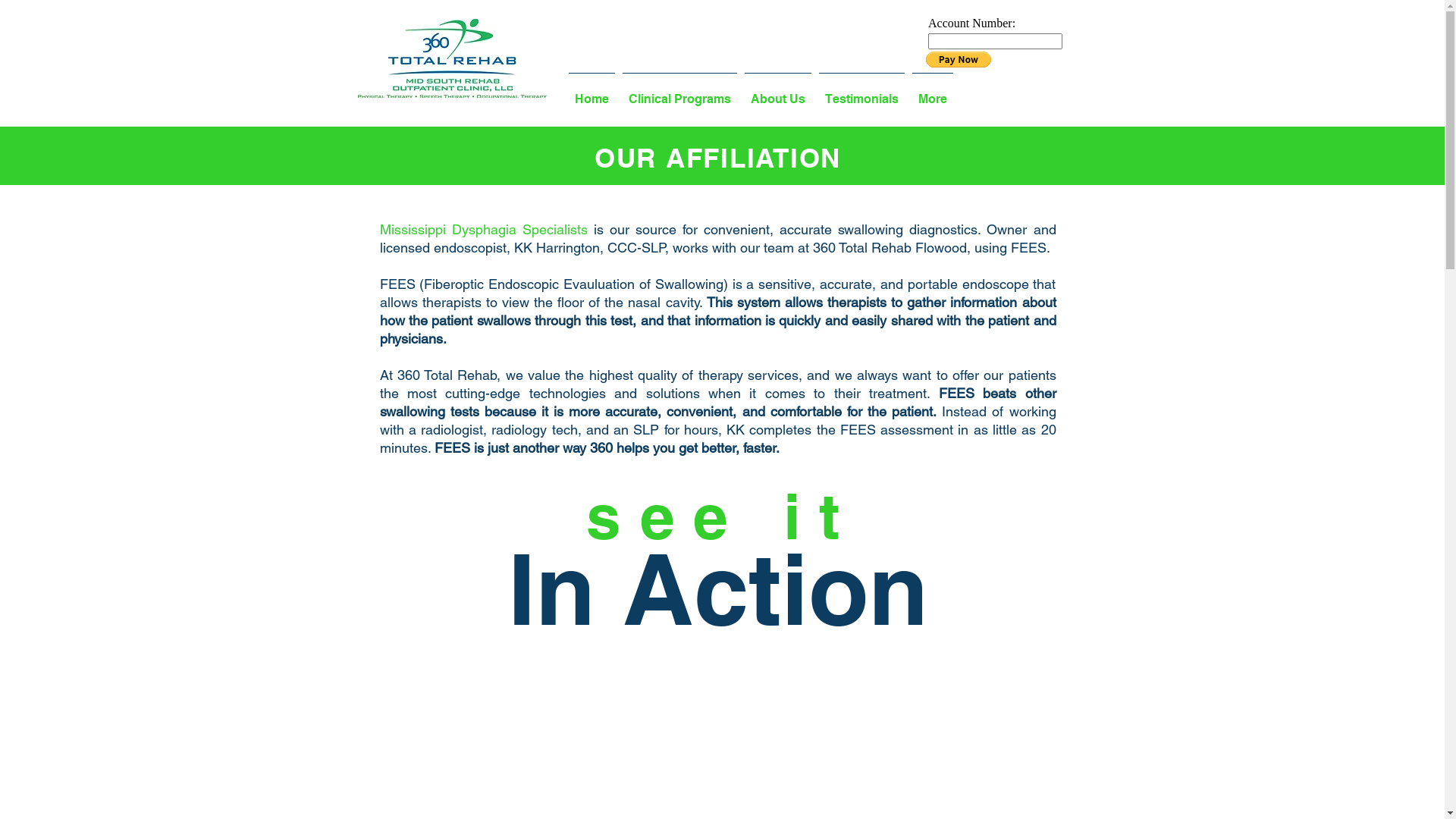 Image resolution: width=1456 pixels, height=819 pixels. I want to click on 'About Us', so click(777, 92).